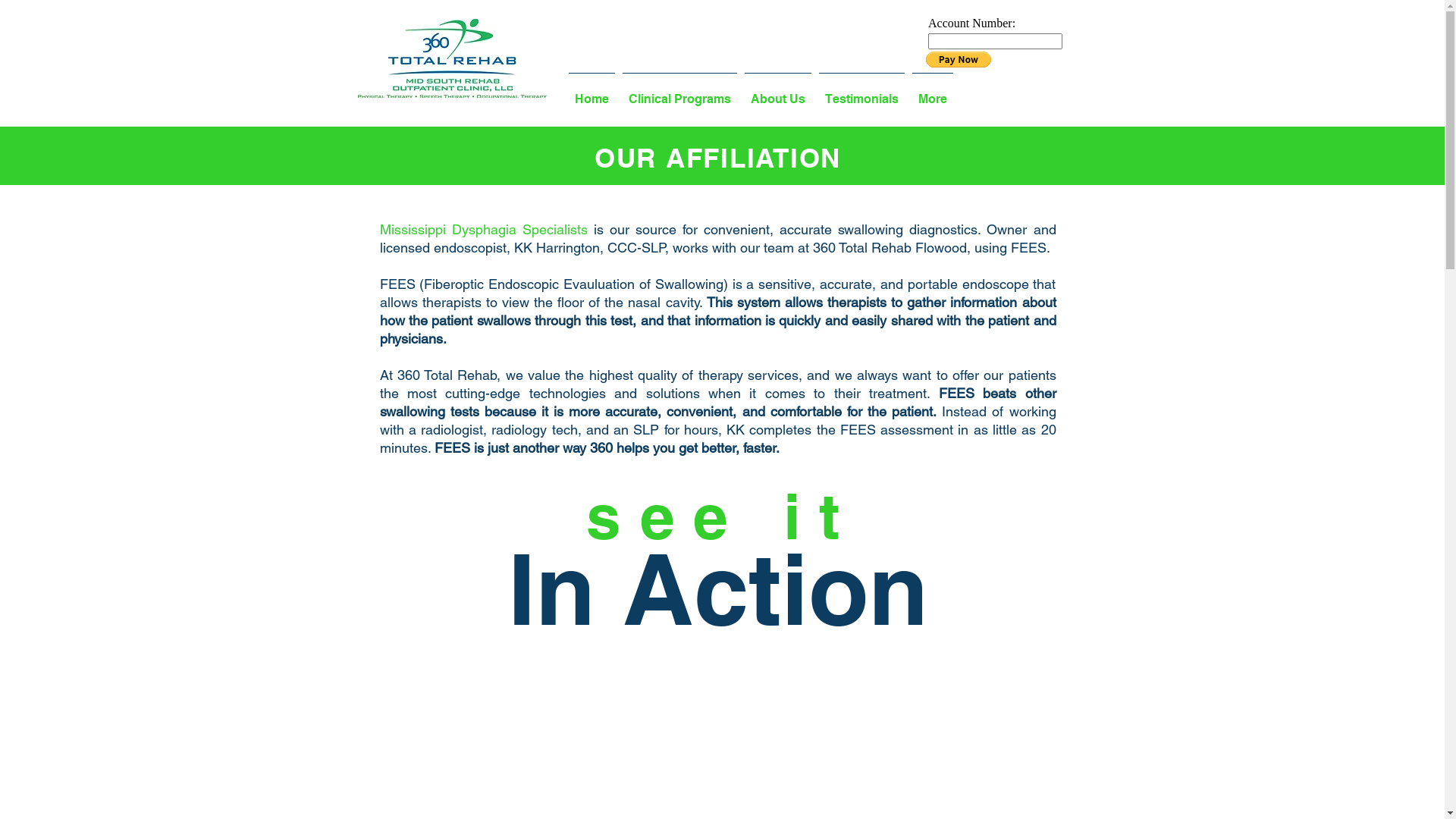 Image resolution: width=1456 pixels, height=819 pixels. I want to click on 'About Us', so click(777, 92).